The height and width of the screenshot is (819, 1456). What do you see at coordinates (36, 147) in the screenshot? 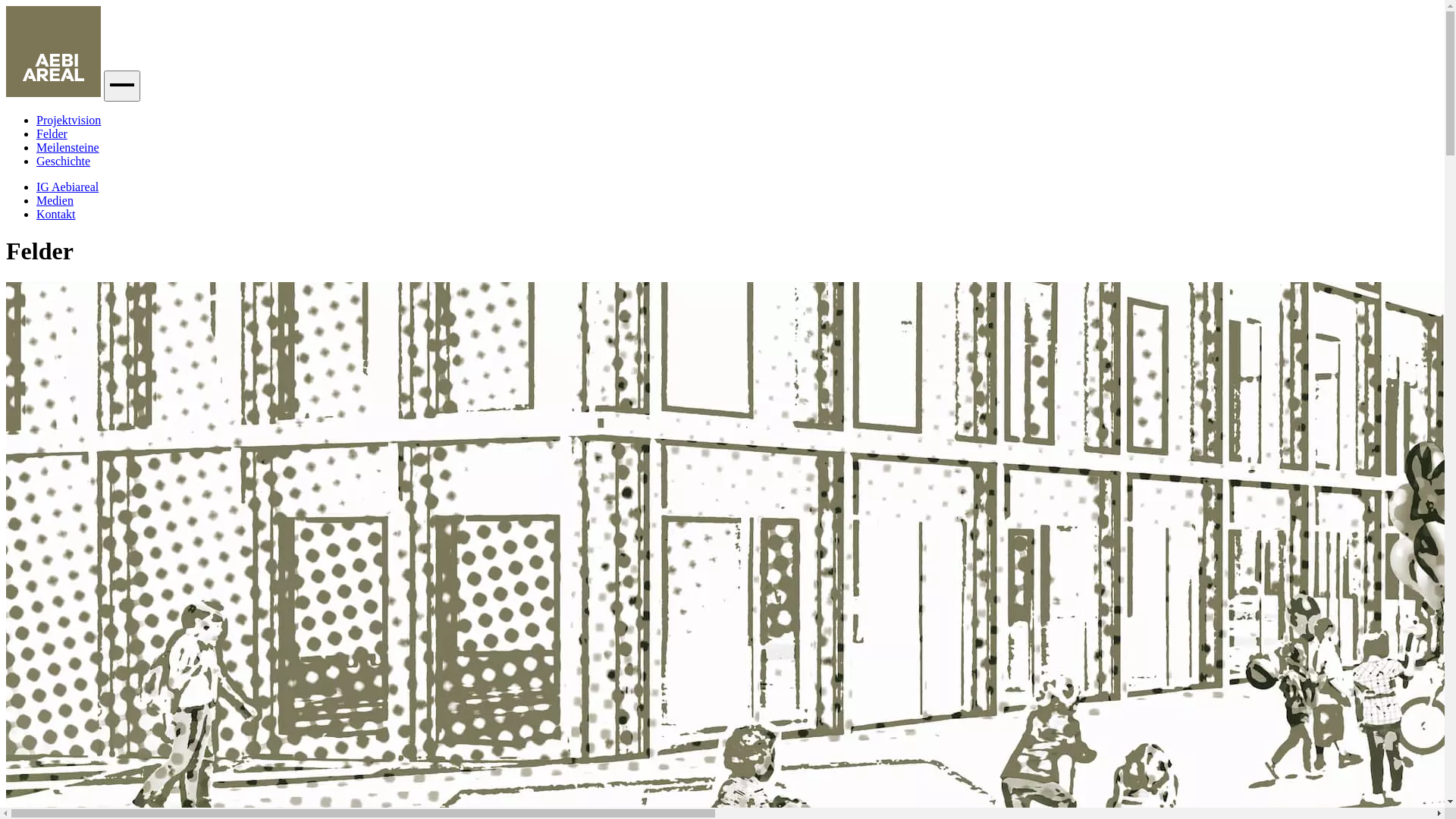
I see `'Meilensteine'` at bounding box center [36, 147].